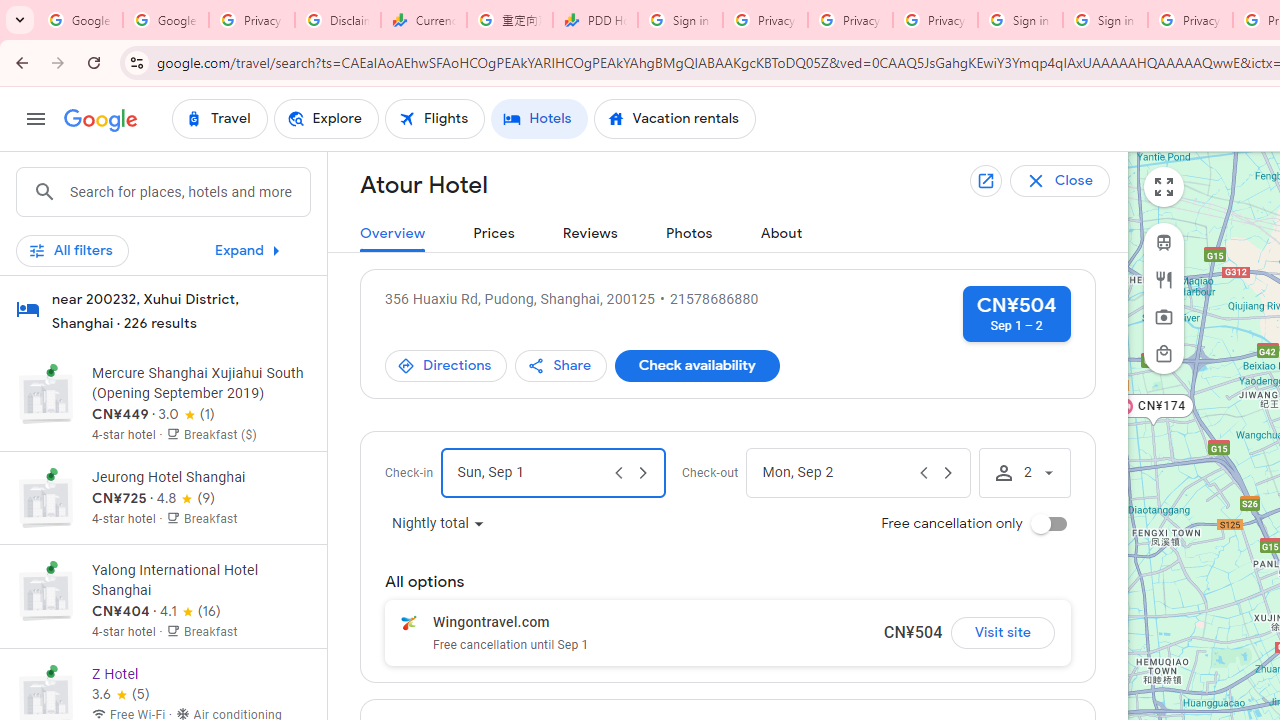  What do you see at coordinates (985, 181) in the screenshot?
I see `'Open in new tab'` at bounding box center [985, 181].